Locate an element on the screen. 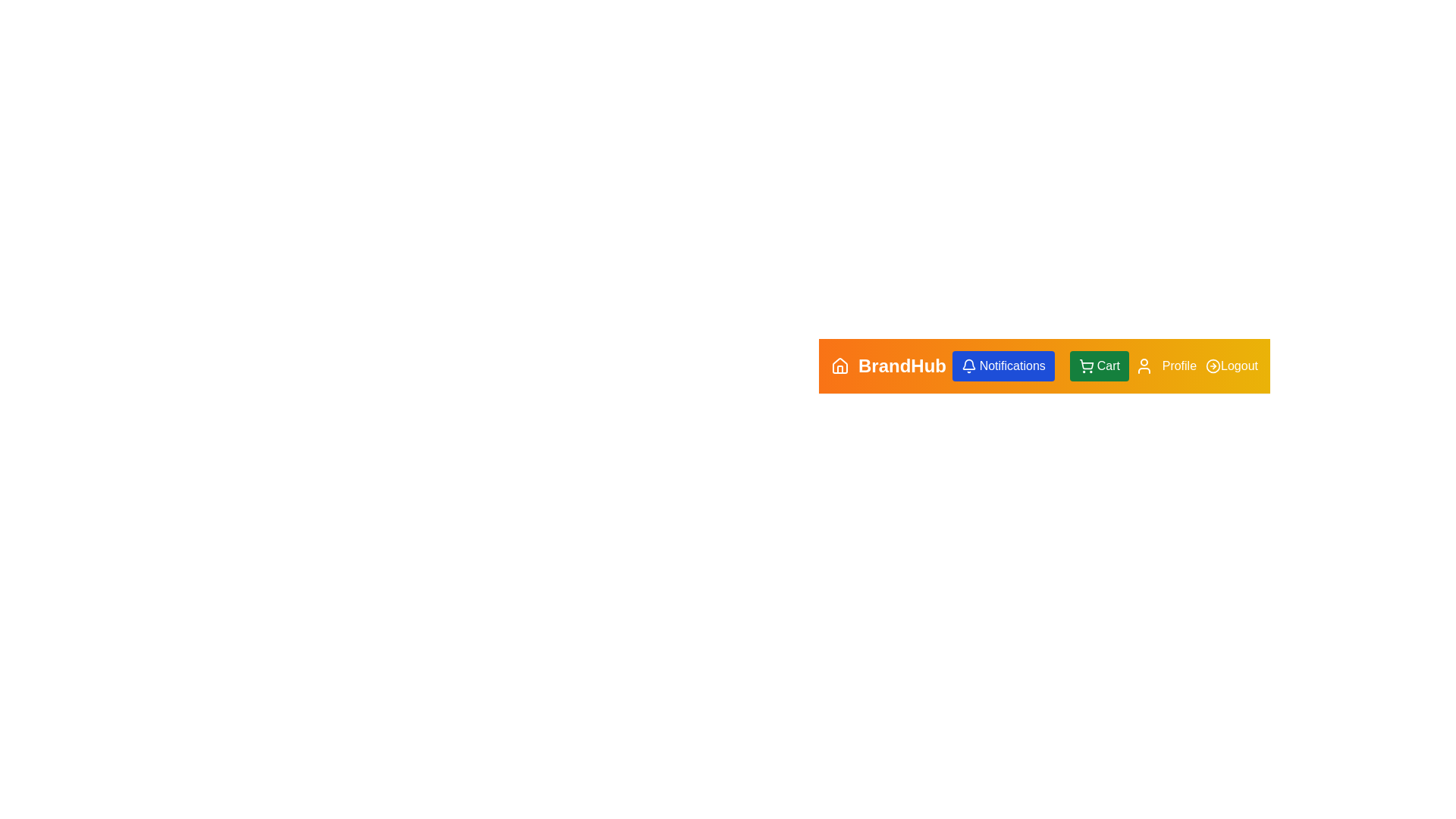  the 'Cart' button to view the shopping cart is located at coordinates (1099, 366).